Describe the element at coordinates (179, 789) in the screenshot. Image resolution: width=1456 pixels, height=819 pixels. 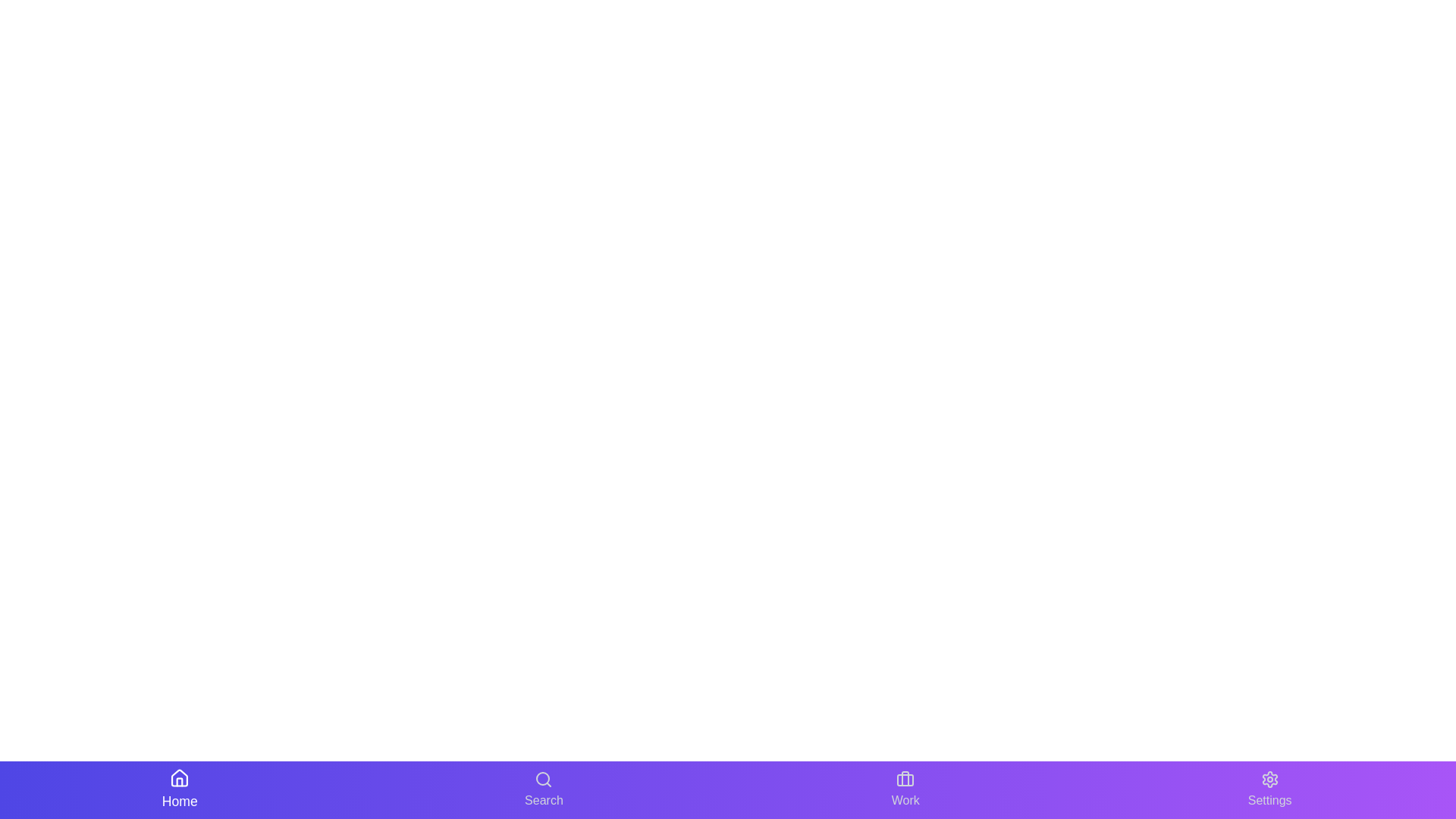
I see `the navigation button labeled Home to inspect its tooltip` at that location.